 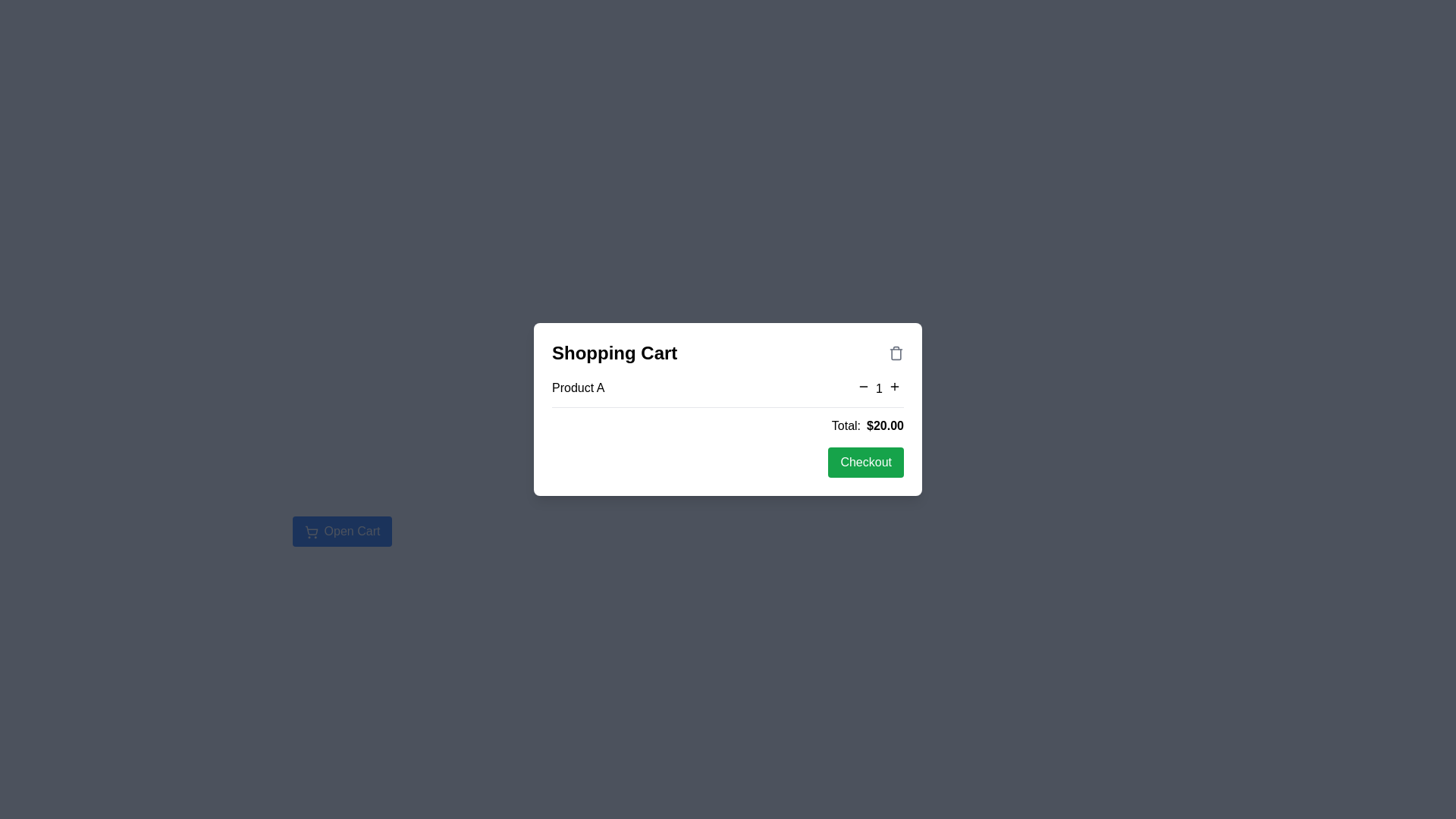 What do you see at coordinates (845, 425) in the screenshot?
I see `the label indicating the total cost in the shopping cart` at bounding box center [845, 425].